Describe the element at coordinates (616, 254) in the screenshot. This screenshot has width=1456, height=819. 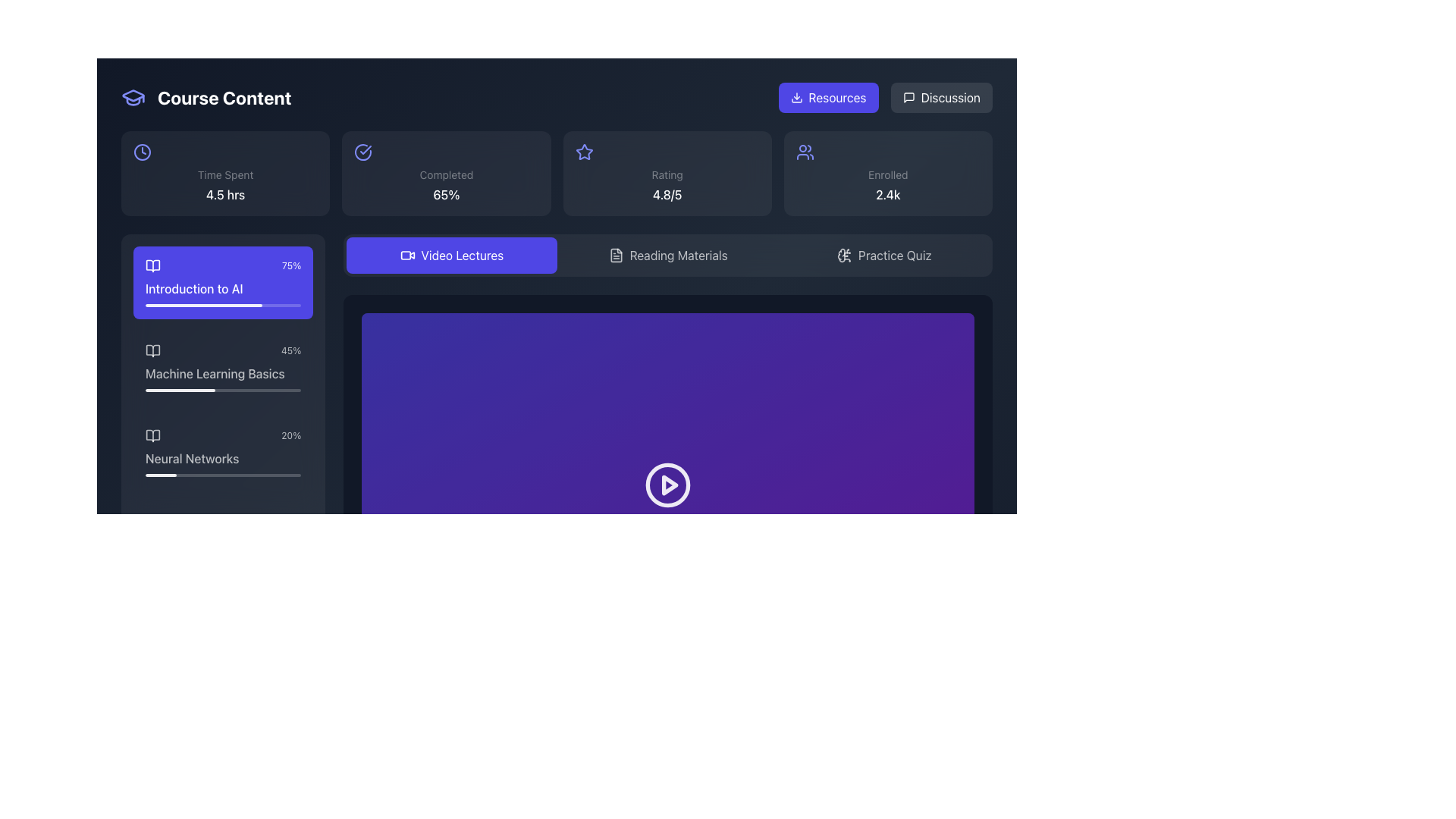
I see `the document or file icon within the 'Reading Materials' button, which is centrally located in the horizontal toolbar next to 'Video Lectures' and 'Practice Quiz'` at that location.